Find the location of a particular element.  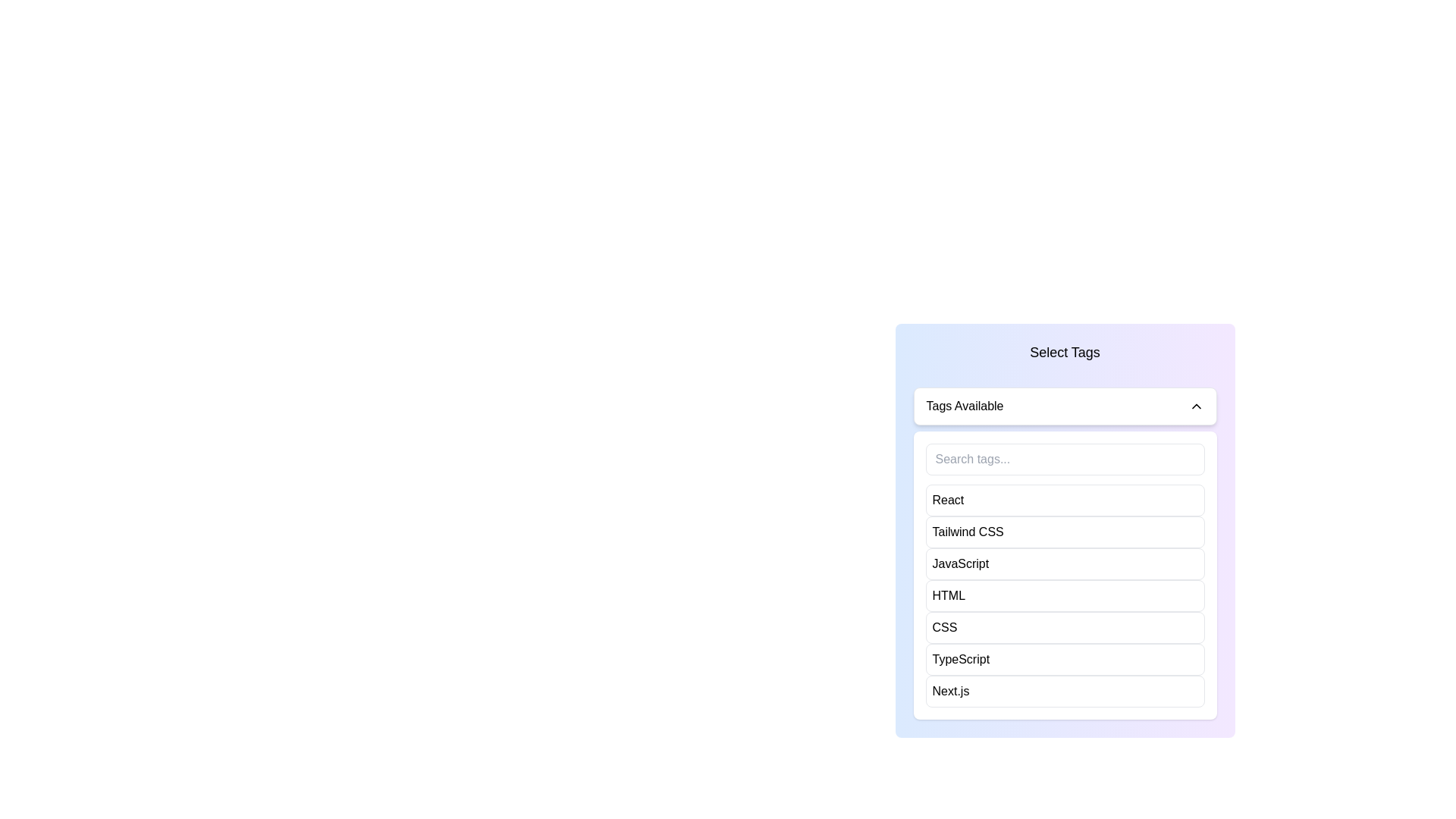

the text label displaying 'Tailwind CSS', which is the second item under the 'Tags Available' dropdown menu on the right panel is located at coordinates (967, 532).